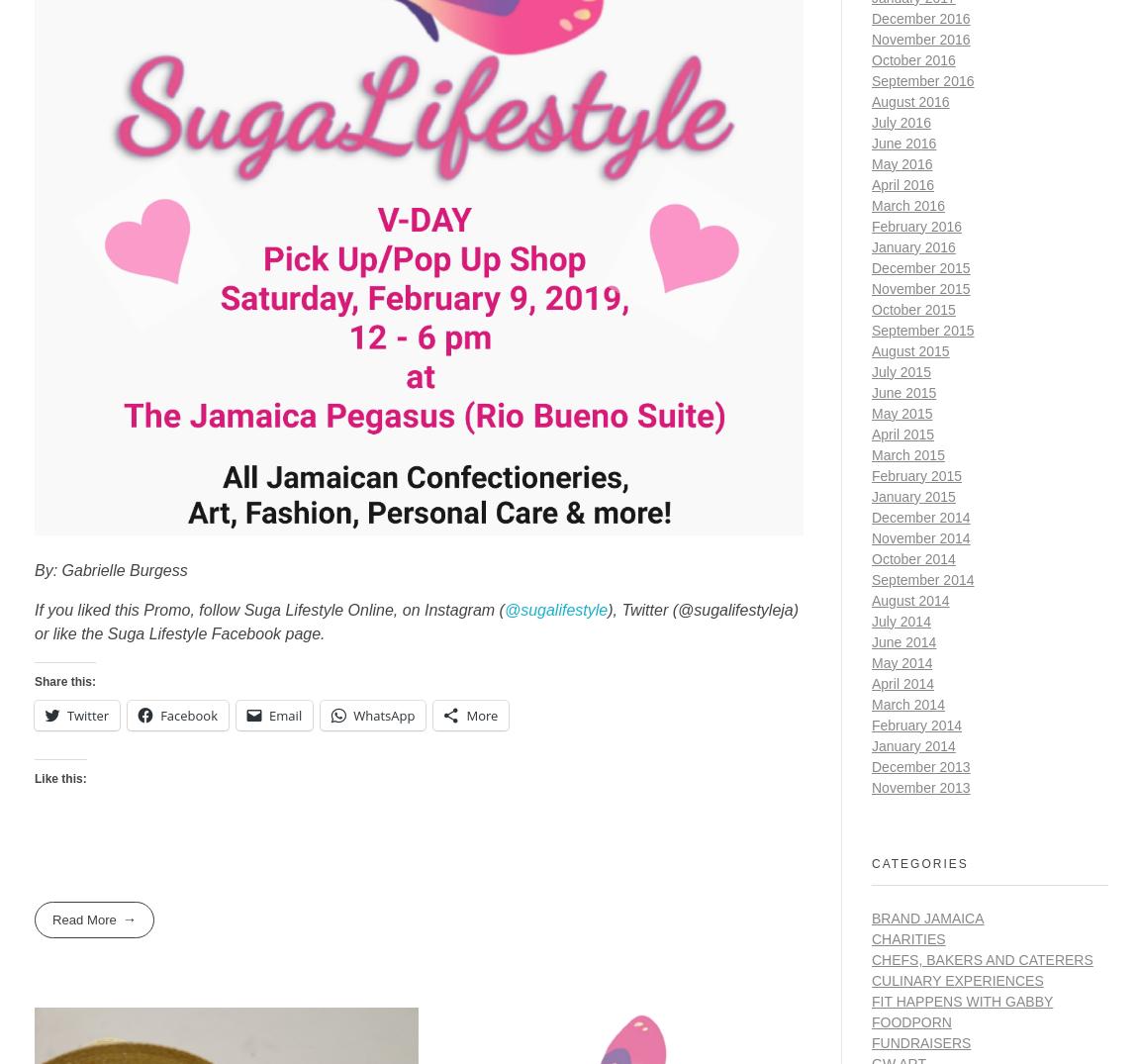  I want to click on 'Categories', so click(919, 863).